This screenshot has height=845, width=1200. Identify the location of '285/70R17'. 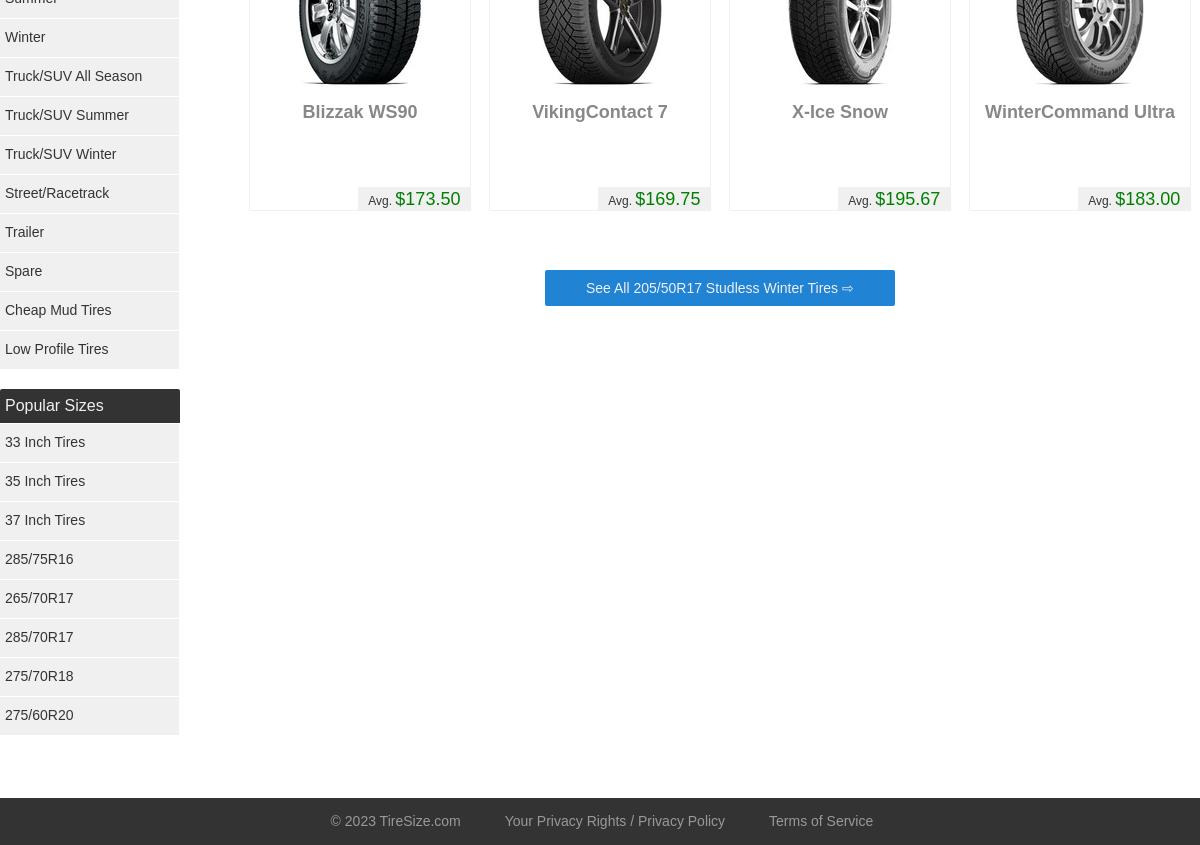
(39, 636).